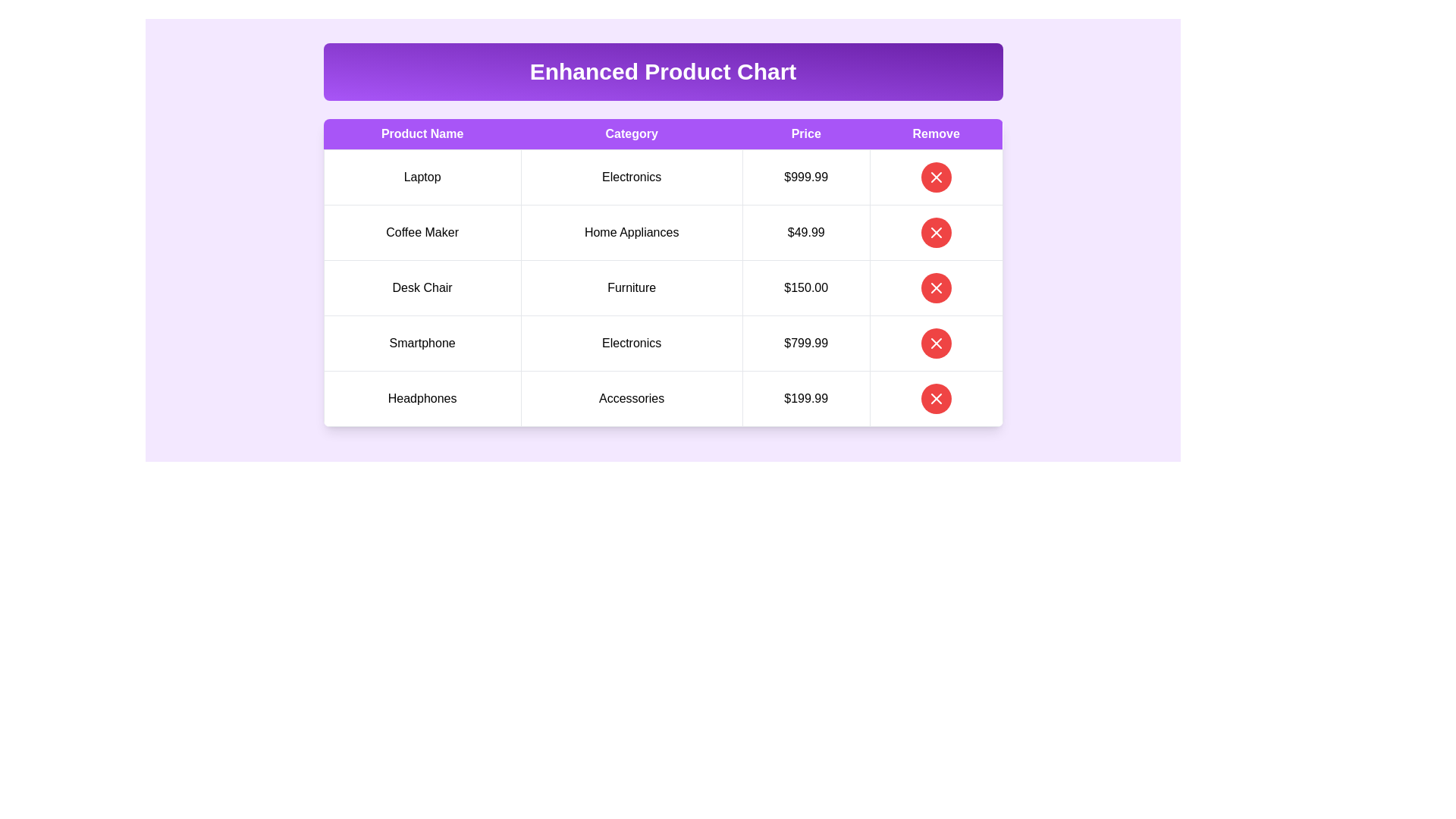  Describe the element at coordinates (935, 177) in the screenshot. I see `the white 'X' icon button inside the circular red button located in the 'Remove' column of the product list table for the first row item 'Laptop'` at that location.